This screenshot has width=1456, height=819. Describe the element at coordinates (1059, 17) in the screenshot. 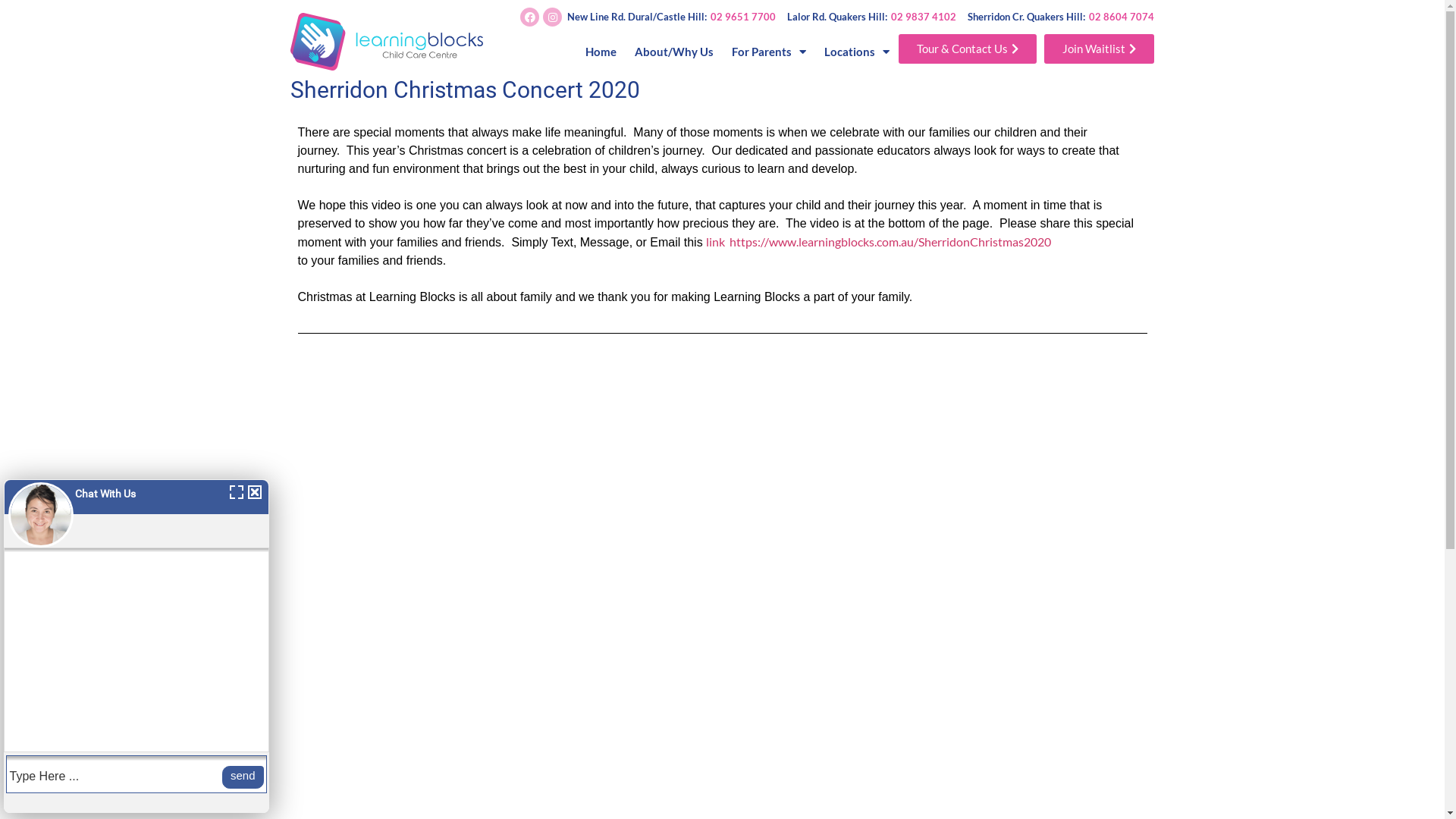

I see `'Sherridon Cr. Quakers Hill:` at that location.